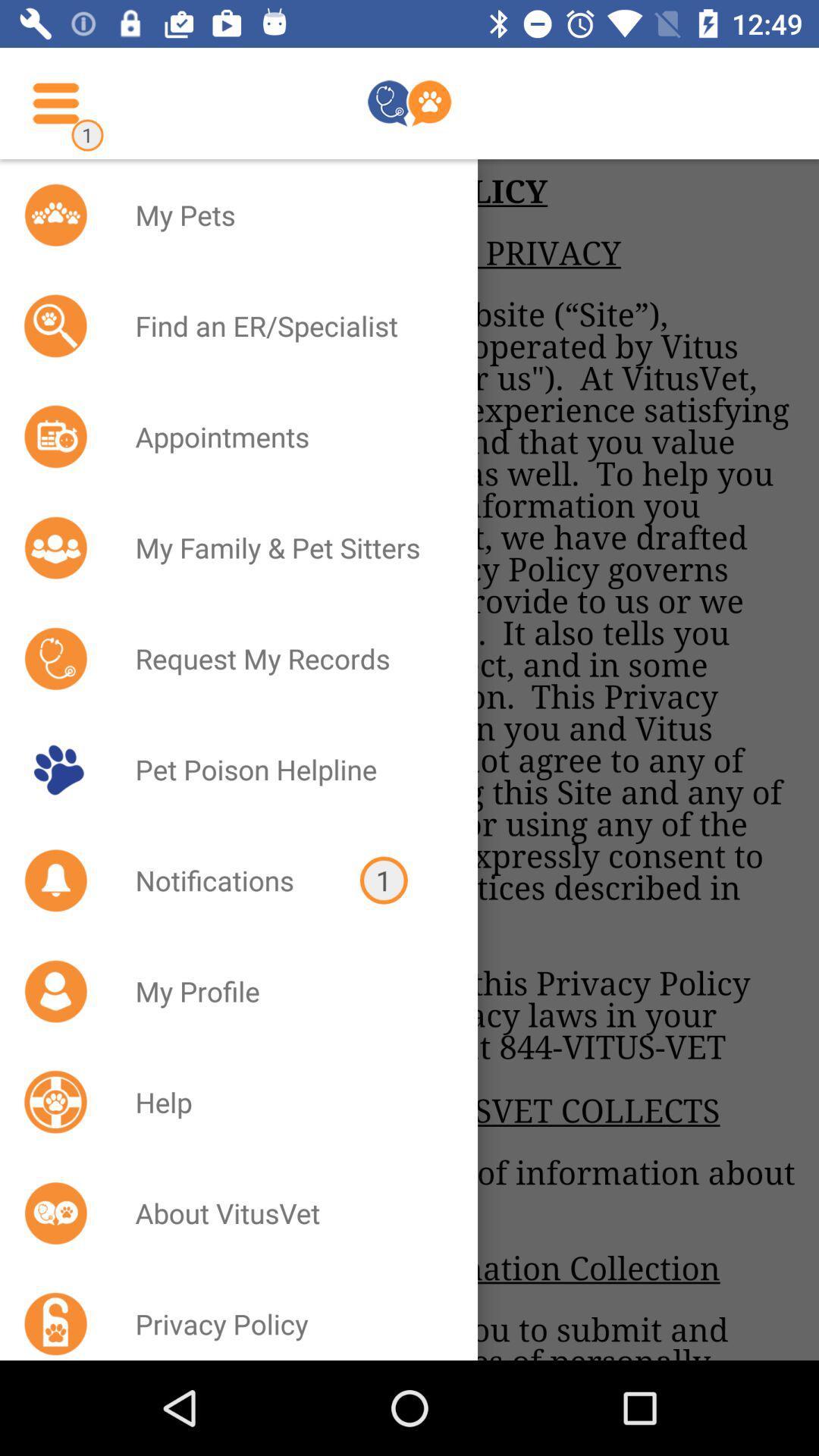  Describe the element at coordinates (55, 325) in the screenshot. I see `the icon beside find an erspecialist` at that location.